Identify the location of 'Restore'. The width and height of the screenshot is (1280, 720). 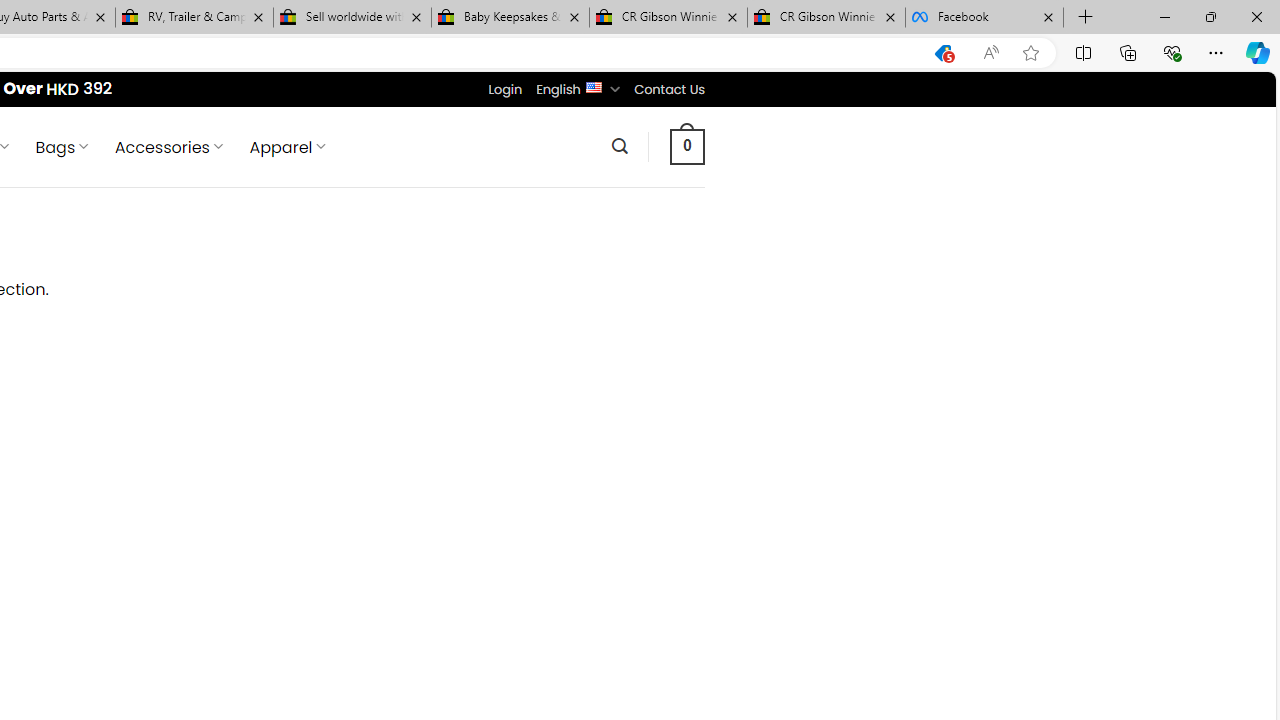
(1209, 16).